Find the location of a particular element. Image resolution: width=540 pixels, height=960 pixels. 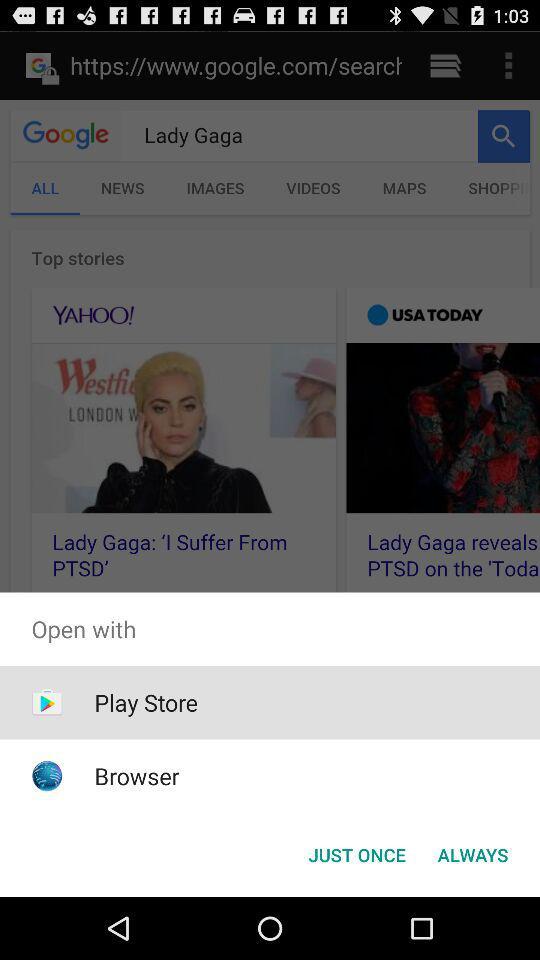

browser item is located at coordinates (136, 775).